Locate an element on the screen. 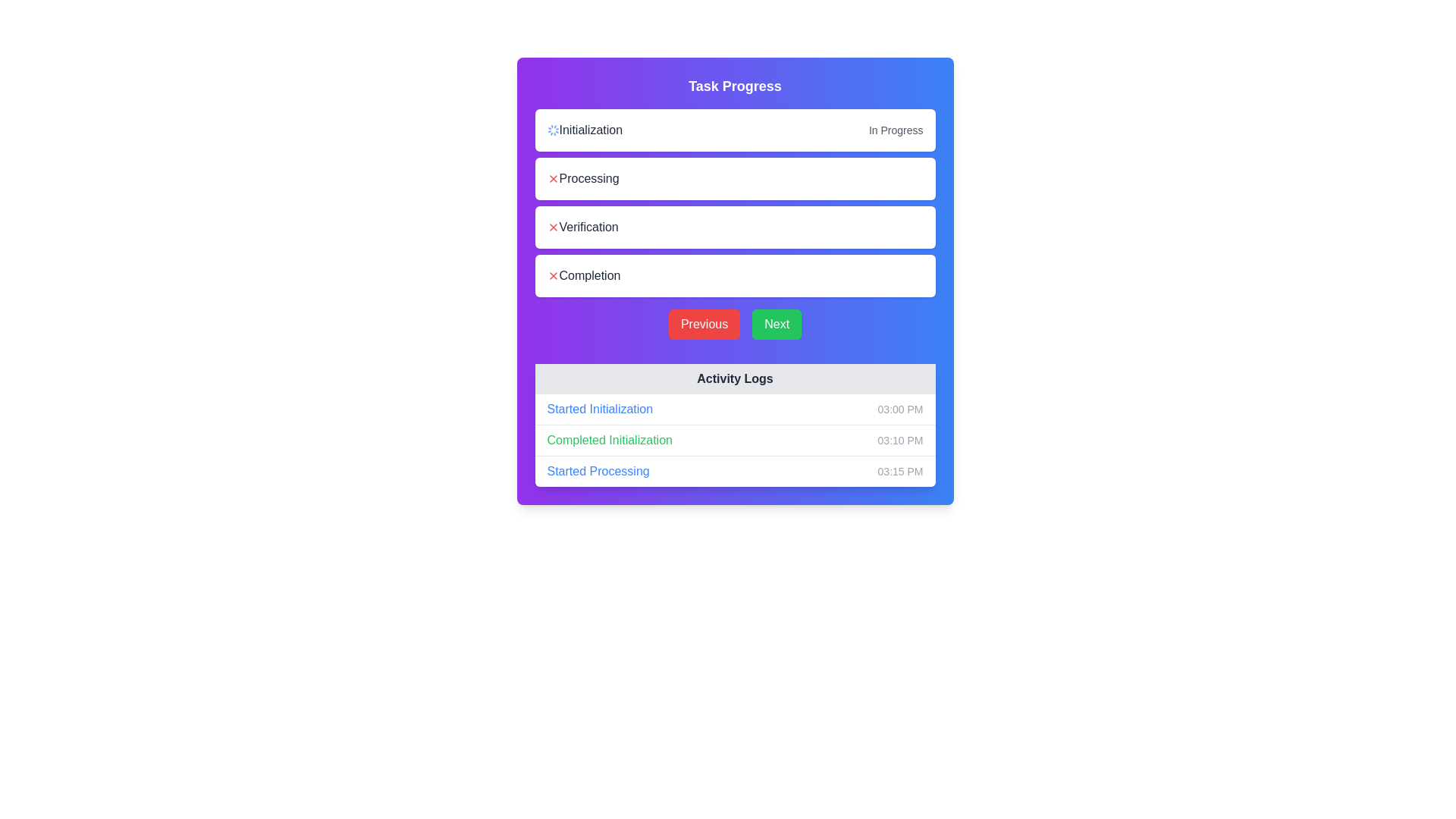  the green text label that reads 'Completed Initialization', located in the second row of the 'Activity Logs' section, positioned below 'Started Initialization' and above 'Started Processing' is located at coordinates (610, 441).